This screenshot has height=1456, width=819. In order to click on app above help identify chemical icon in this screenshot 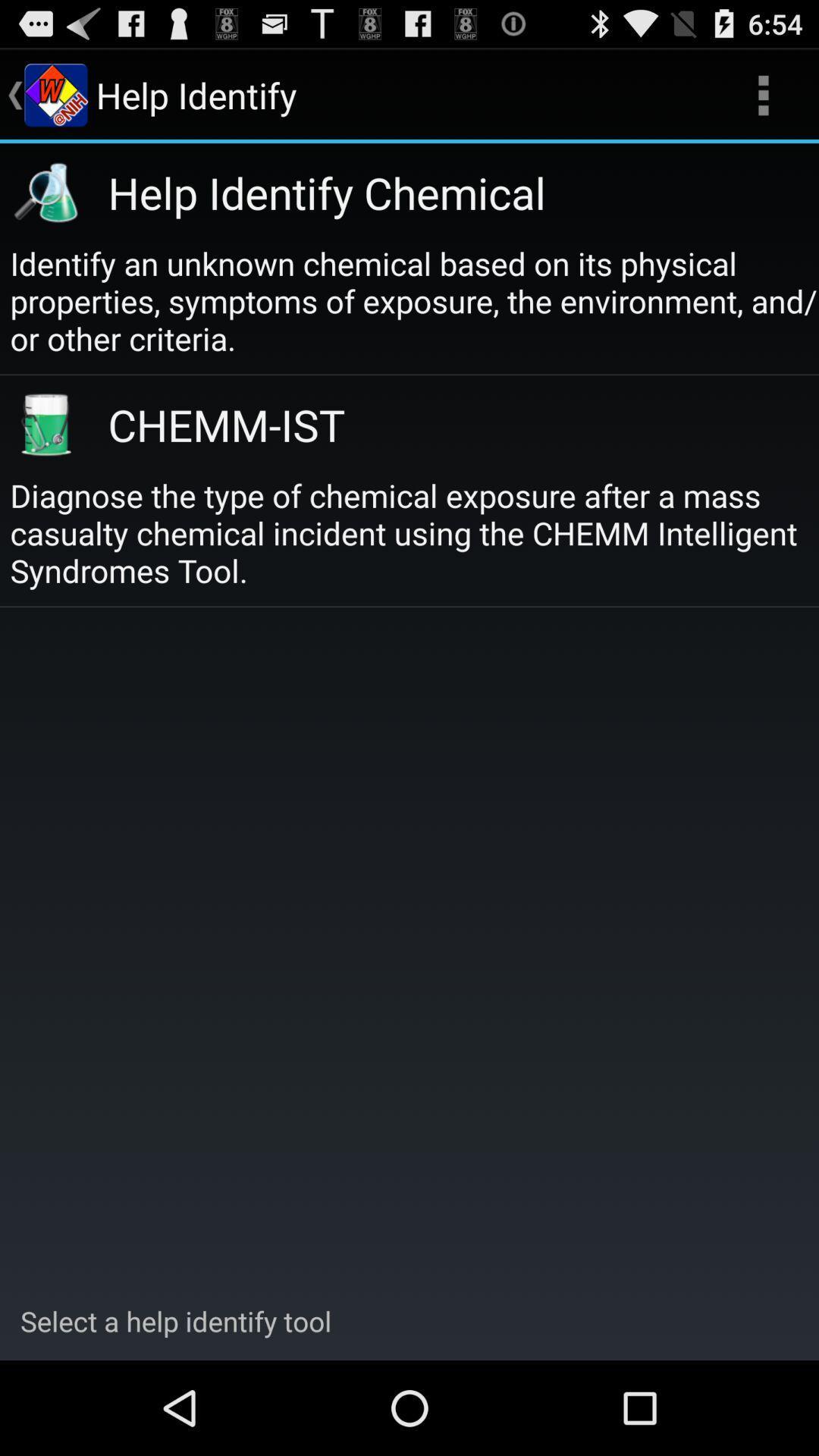, I will do `click(763, 94)`.